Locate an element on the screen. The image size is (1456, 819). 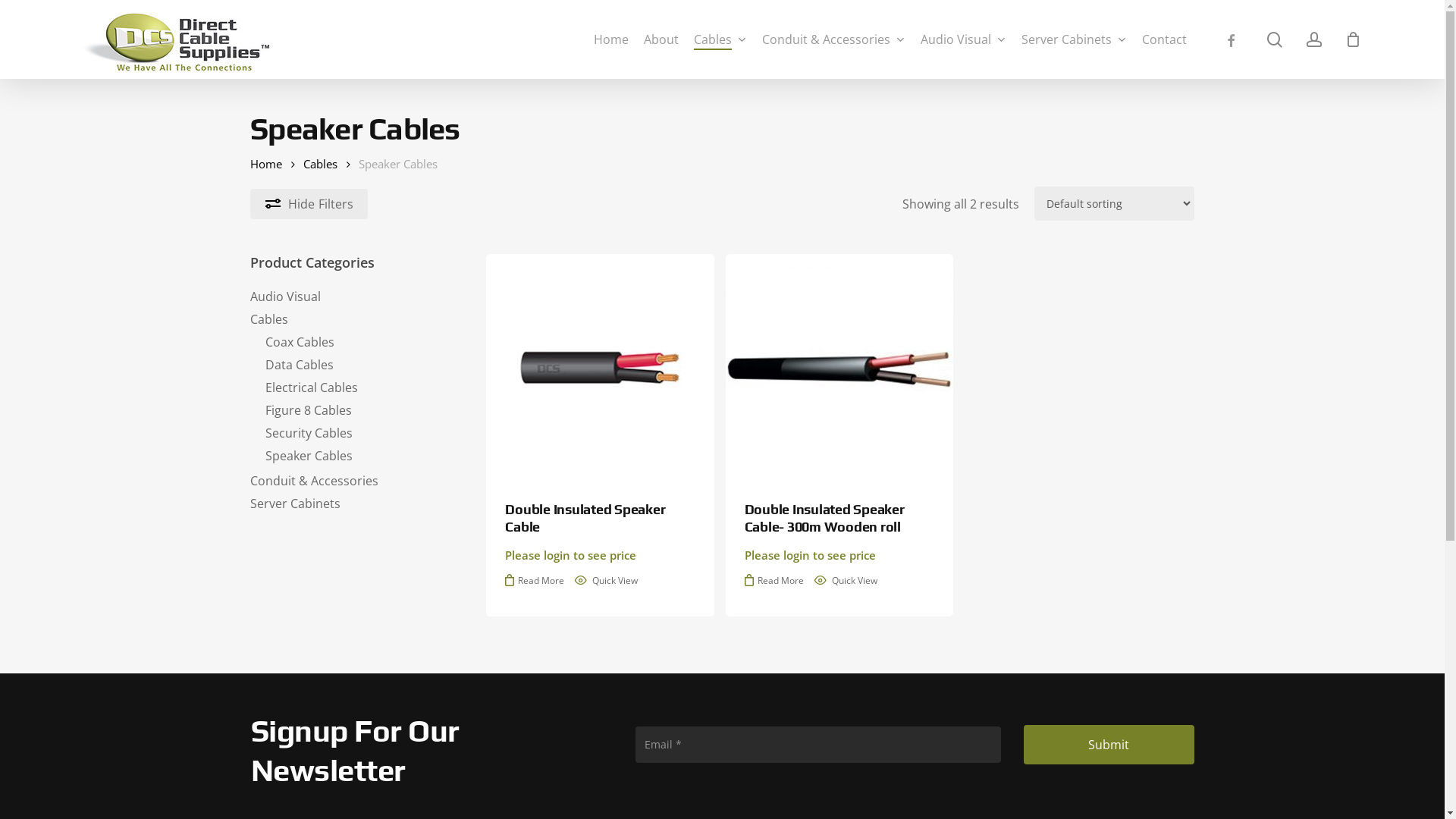
'account' is located at coordinates (1313, 39).